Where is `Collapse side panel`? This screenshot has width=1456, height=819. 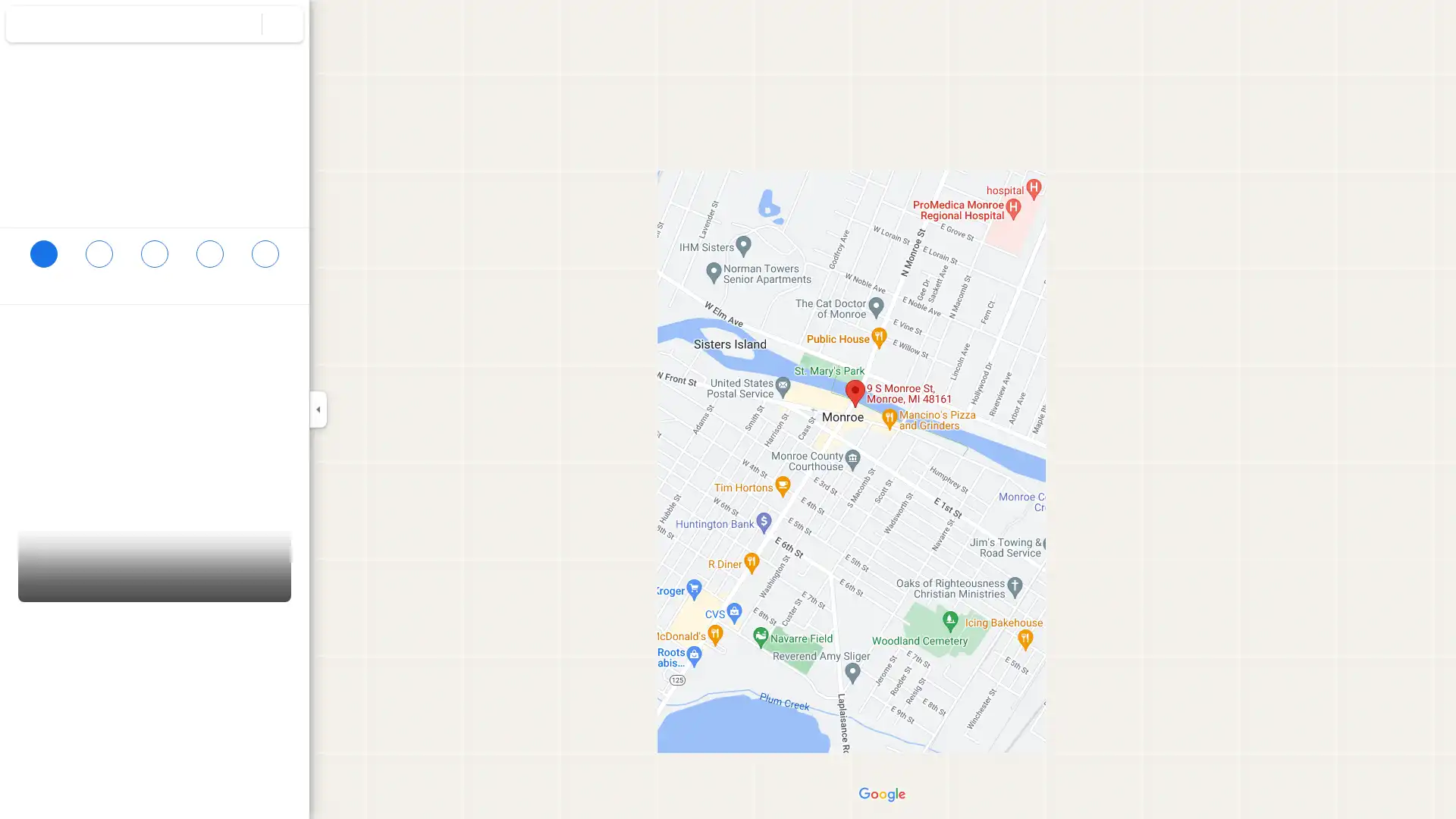 Collapse side panel is located at coordinates (317, 409).